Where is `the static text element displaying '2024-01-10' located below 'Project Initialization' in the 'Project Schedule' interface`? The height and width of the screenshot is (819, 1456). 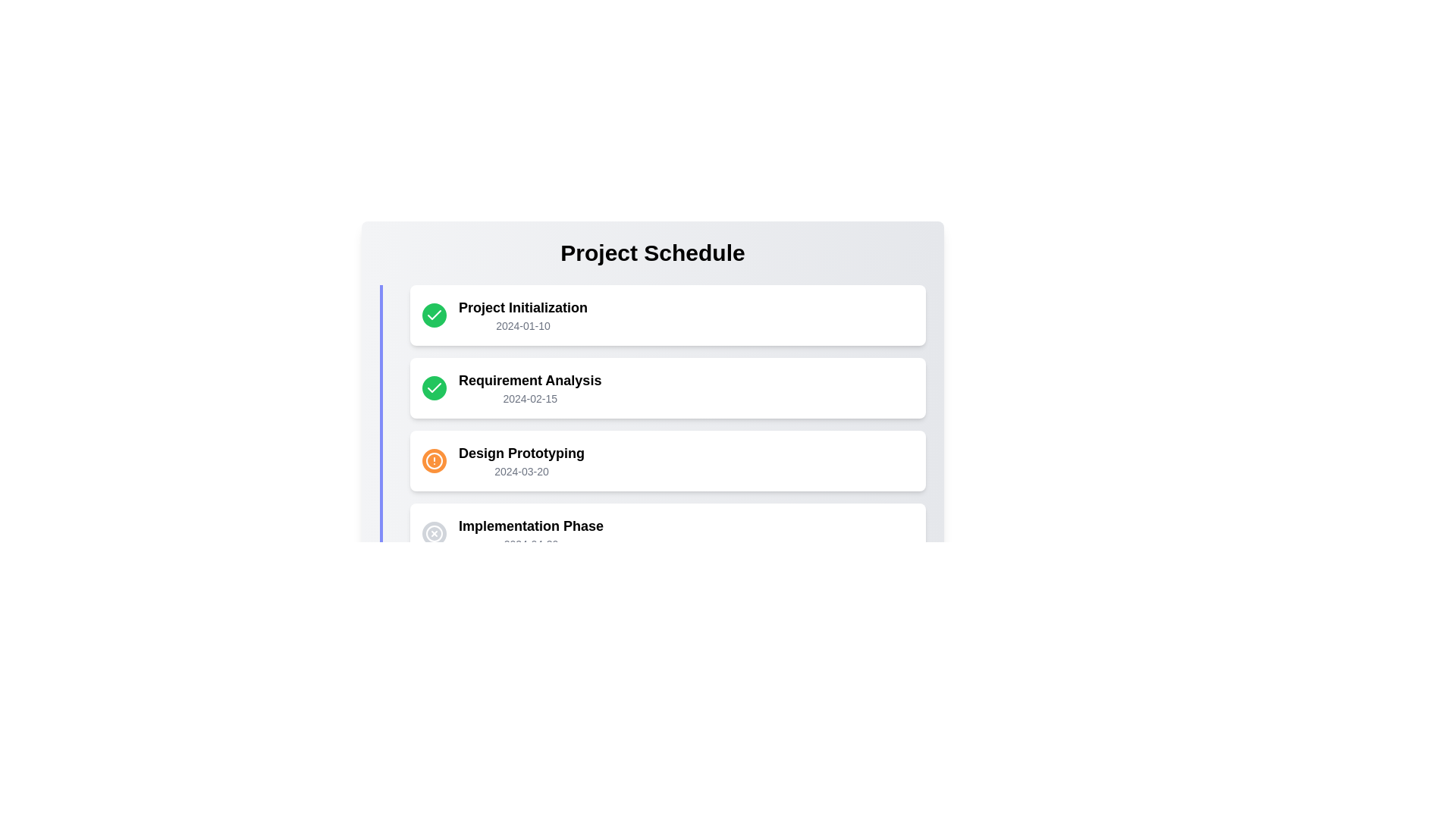 the static text element displaying '2024-01-10' located below 'Project Initialization' in the 'Project Schedule' interface is located at coordinates (523, 325).